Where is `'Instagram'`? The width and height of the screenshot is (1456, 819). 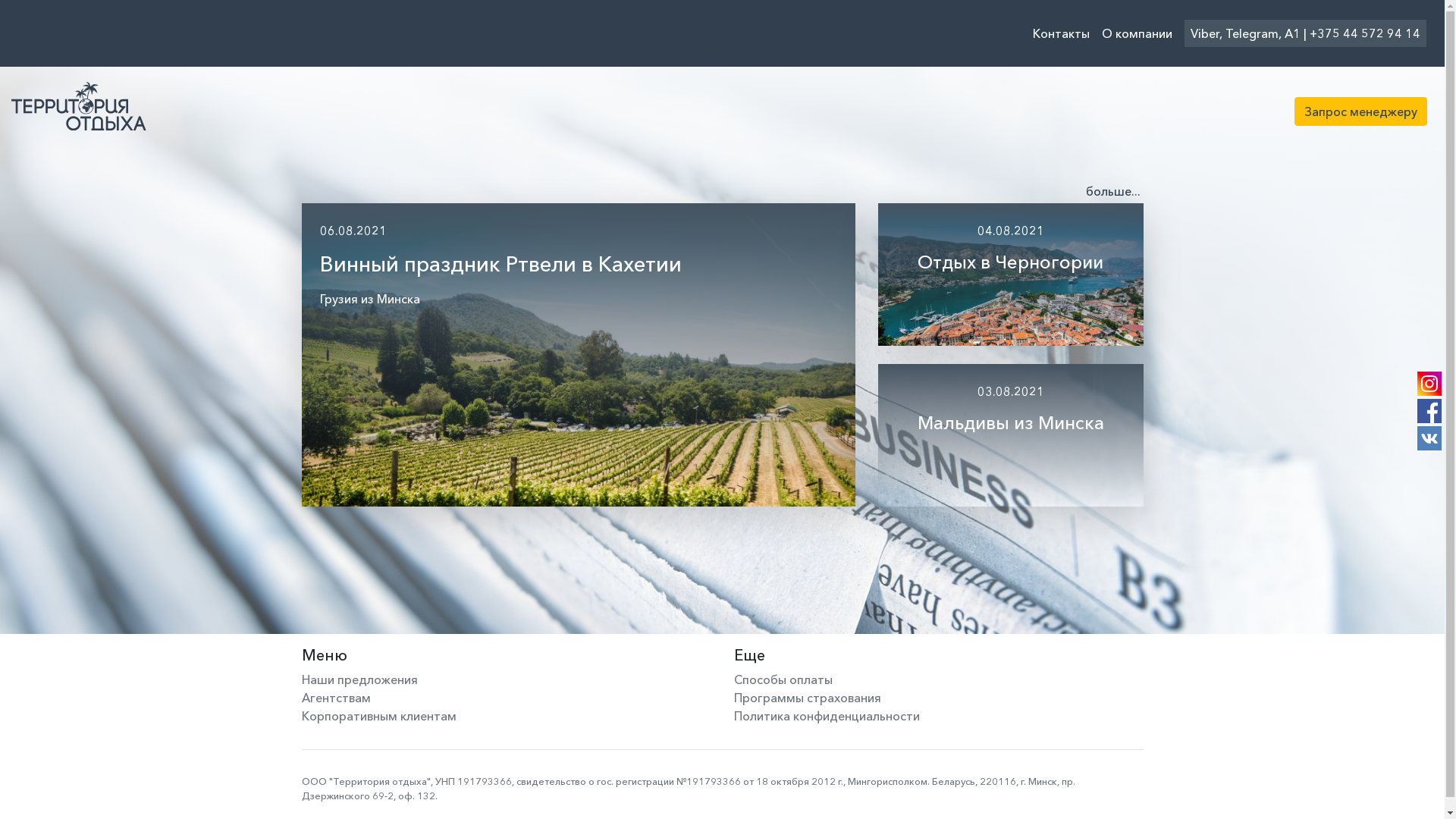
'Instagram' is located at coordinates (1429, 382).